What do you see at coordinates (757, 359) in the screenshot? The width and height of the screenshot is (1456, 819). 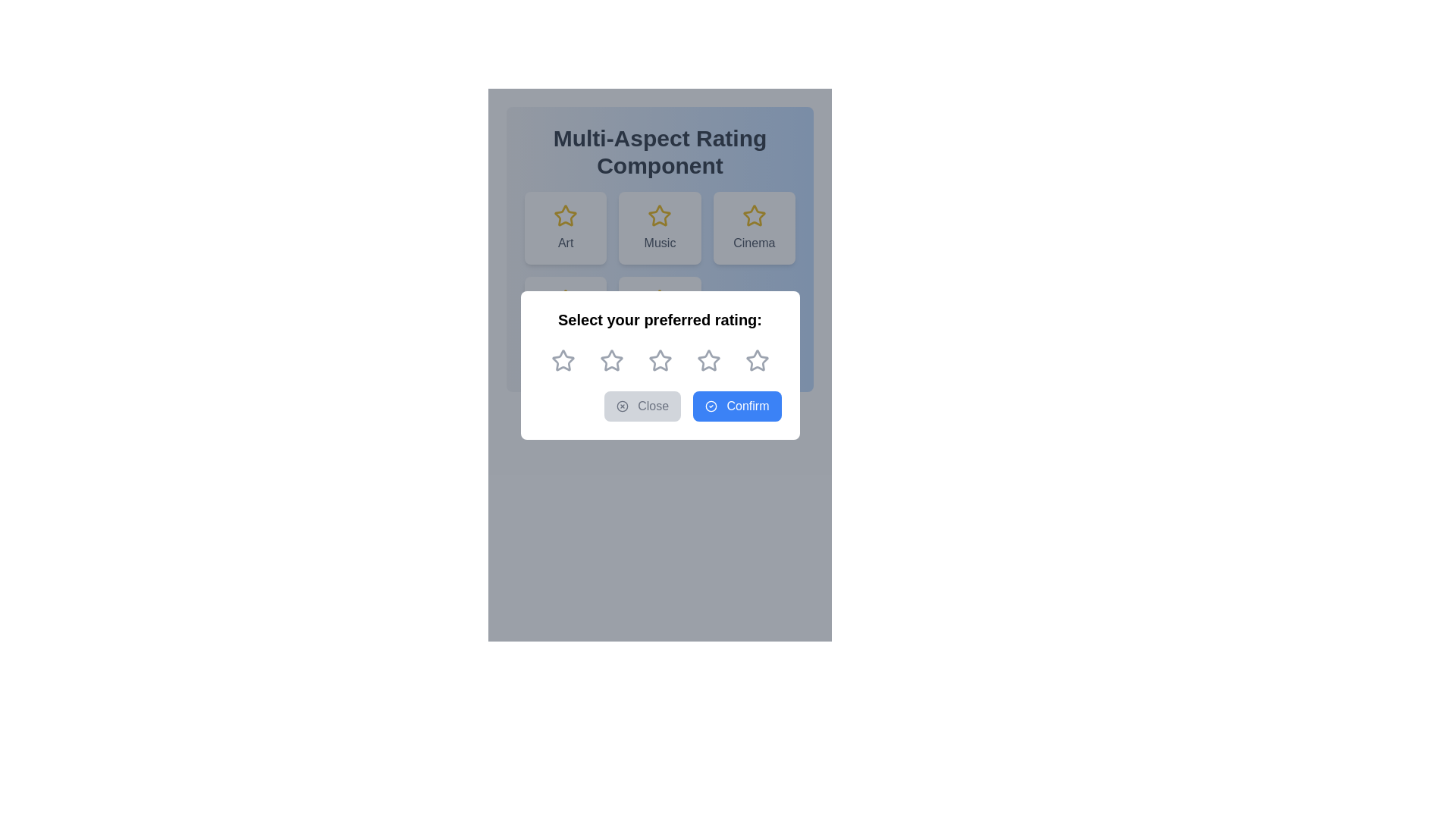 I see `the fifth star-shaped icon in the rating selection component` at bounding box center [757, 359].